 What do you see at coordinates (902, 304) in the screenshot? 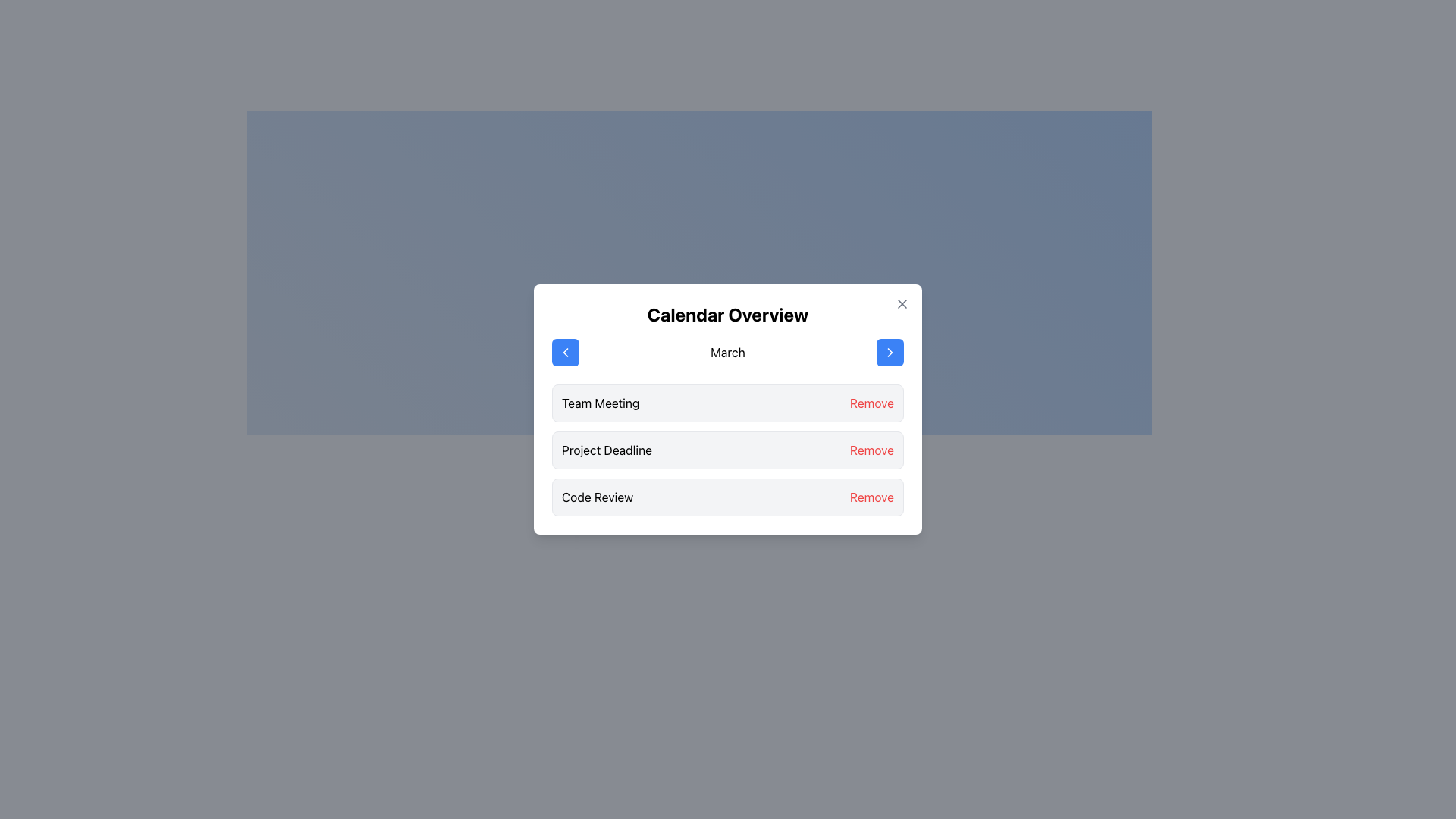
I see `the close button located at the top-right corner of the pop-up panel to change its color to red` at bounding box center [902, 304].